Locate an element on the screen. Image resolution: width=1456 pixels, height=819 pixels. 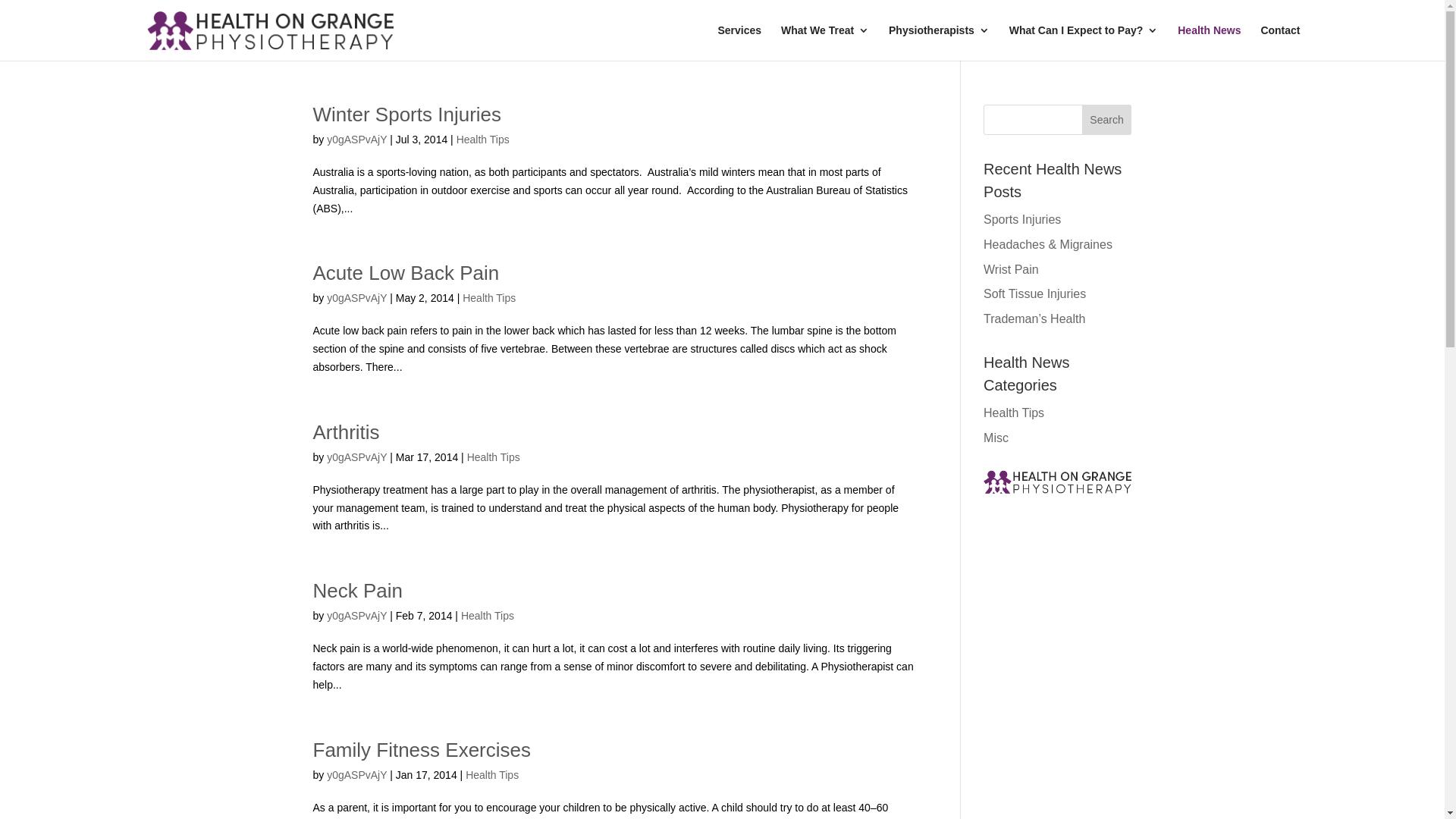
'Soft Tissue Injuries' is located at coordinates (1034, 293).